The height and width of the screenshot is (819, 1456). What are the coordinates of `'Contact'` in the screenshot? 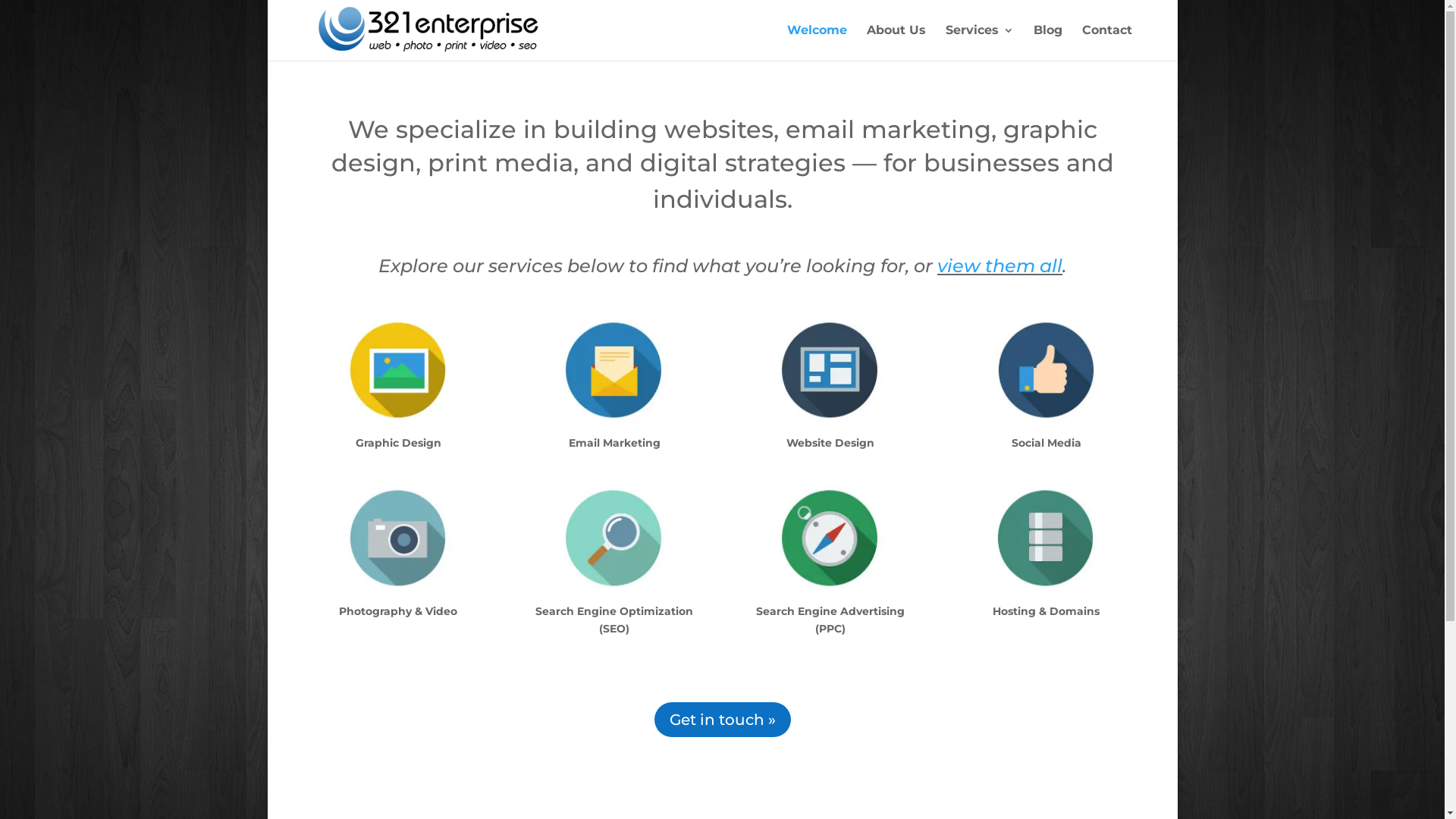 It's located at (1106, 42).